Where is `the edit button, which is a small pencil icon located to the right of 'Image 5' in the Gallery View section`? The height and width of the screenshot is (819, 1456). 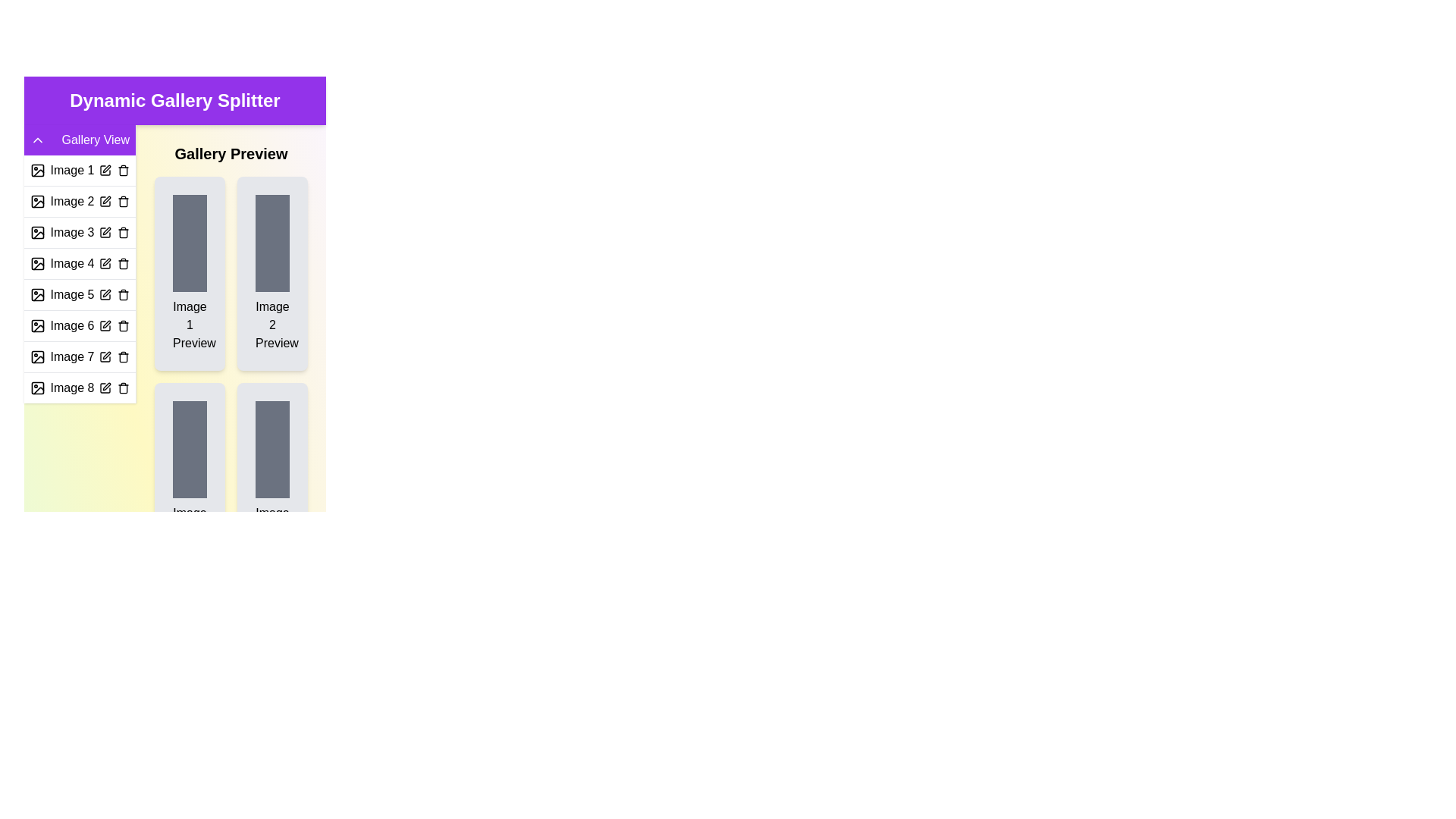
the edit button, which is a small pencil icon located to the right of 'Image 5' in the Gallery View section is located at coordinates (105, 293).